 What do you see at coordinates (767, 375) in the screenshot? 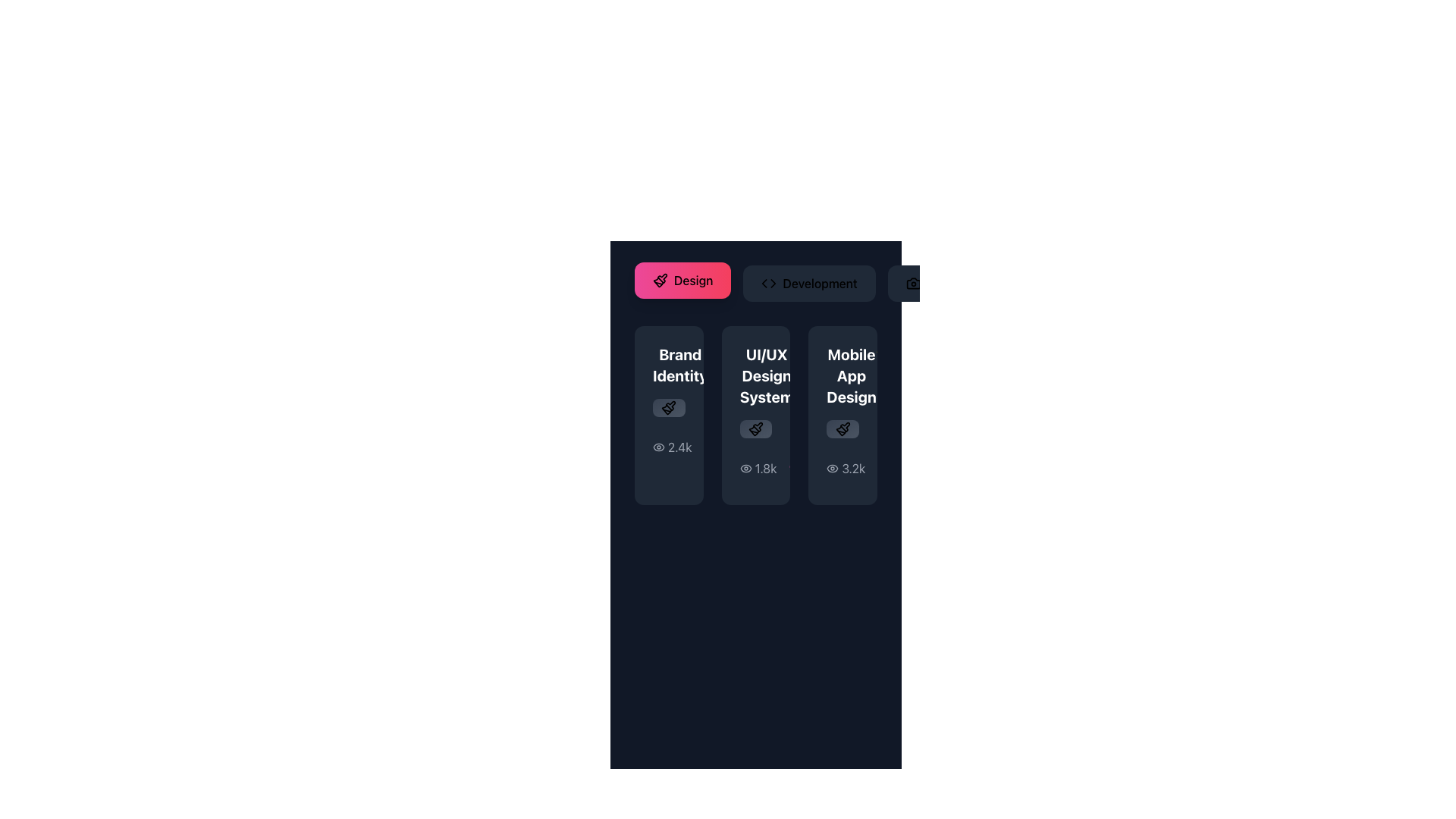
I see `the text label that serves as the title for the second card in the 'Design' section, which indicates the content category of the card` at bounding box center [767, 375].